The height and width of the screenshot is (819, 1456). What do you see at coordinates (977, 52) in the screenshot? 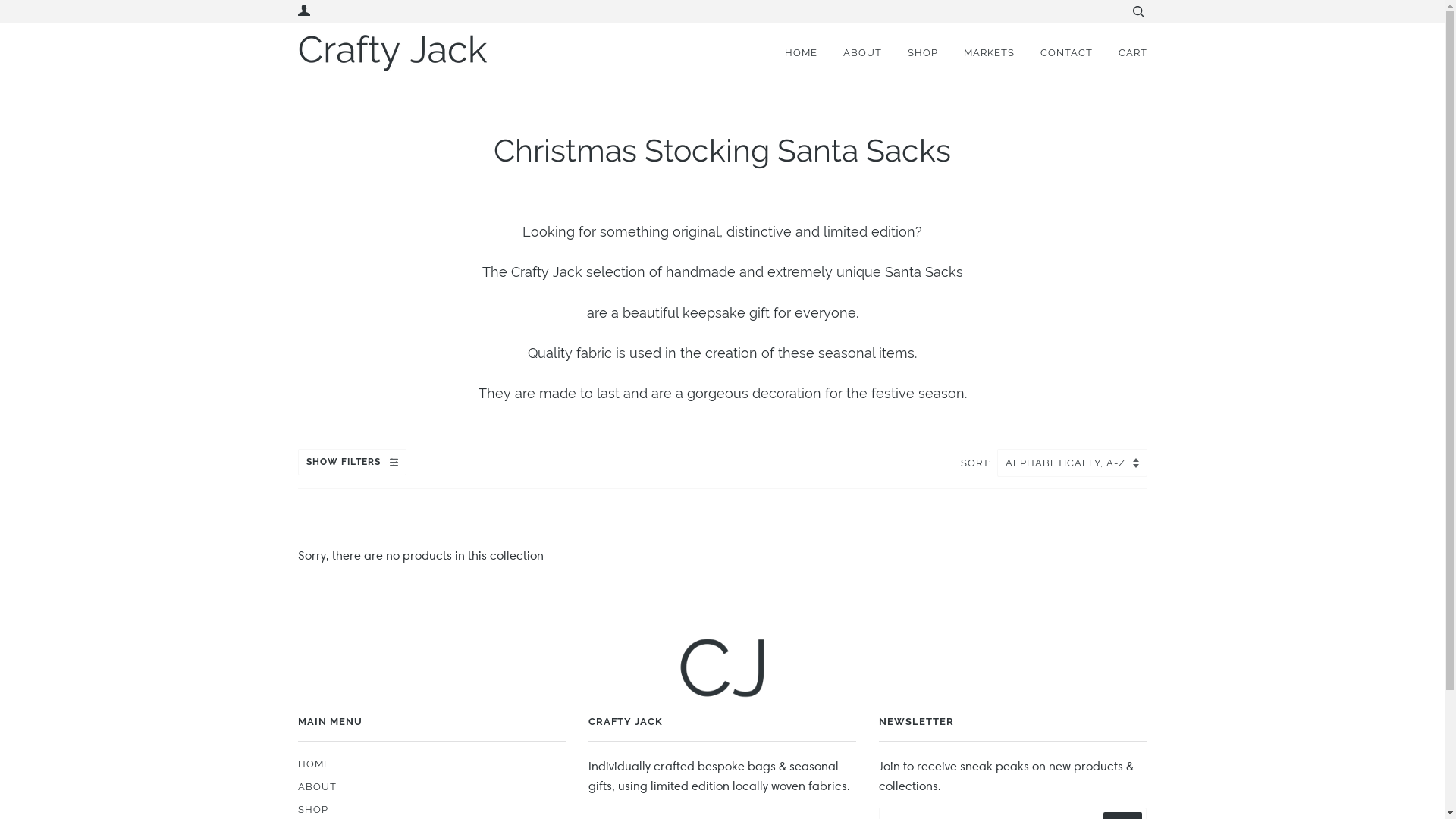
I see `'MARKETS'` at bounding box center [977, 52].